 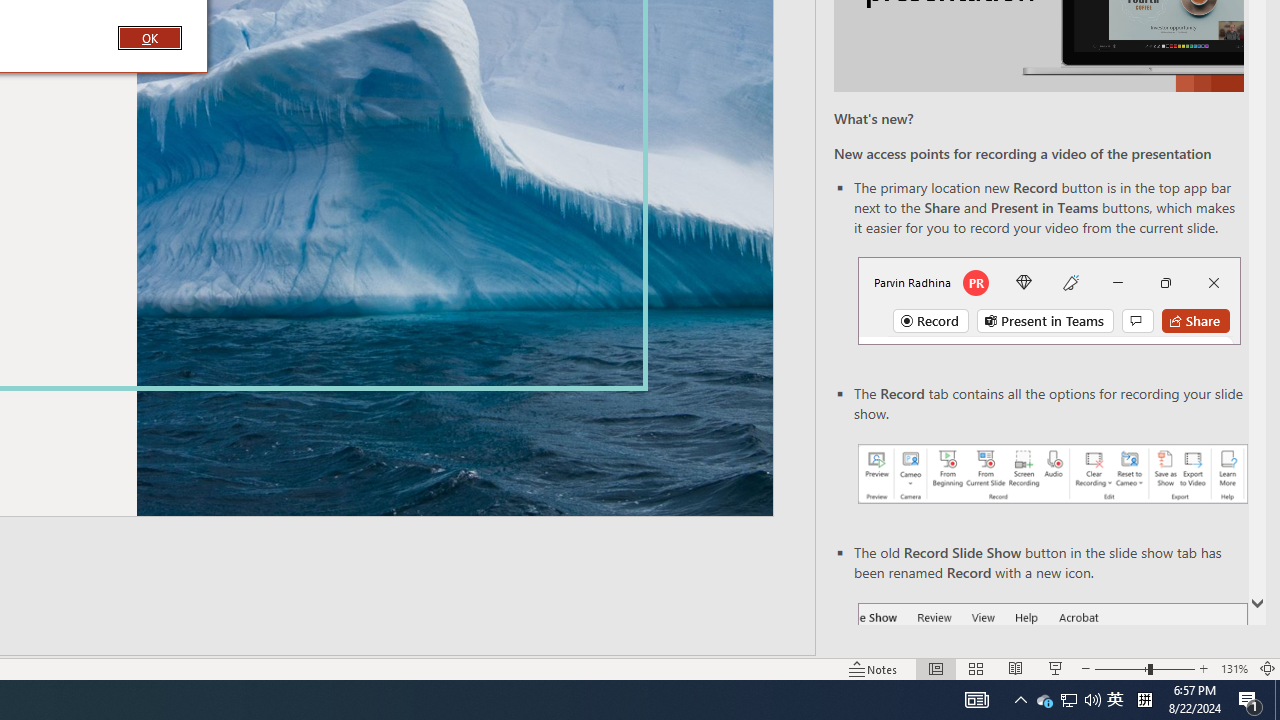 What do you see at coordinates (148, 37) in the screenshot?
I see `'OK'` at bounding box center [148, 37].